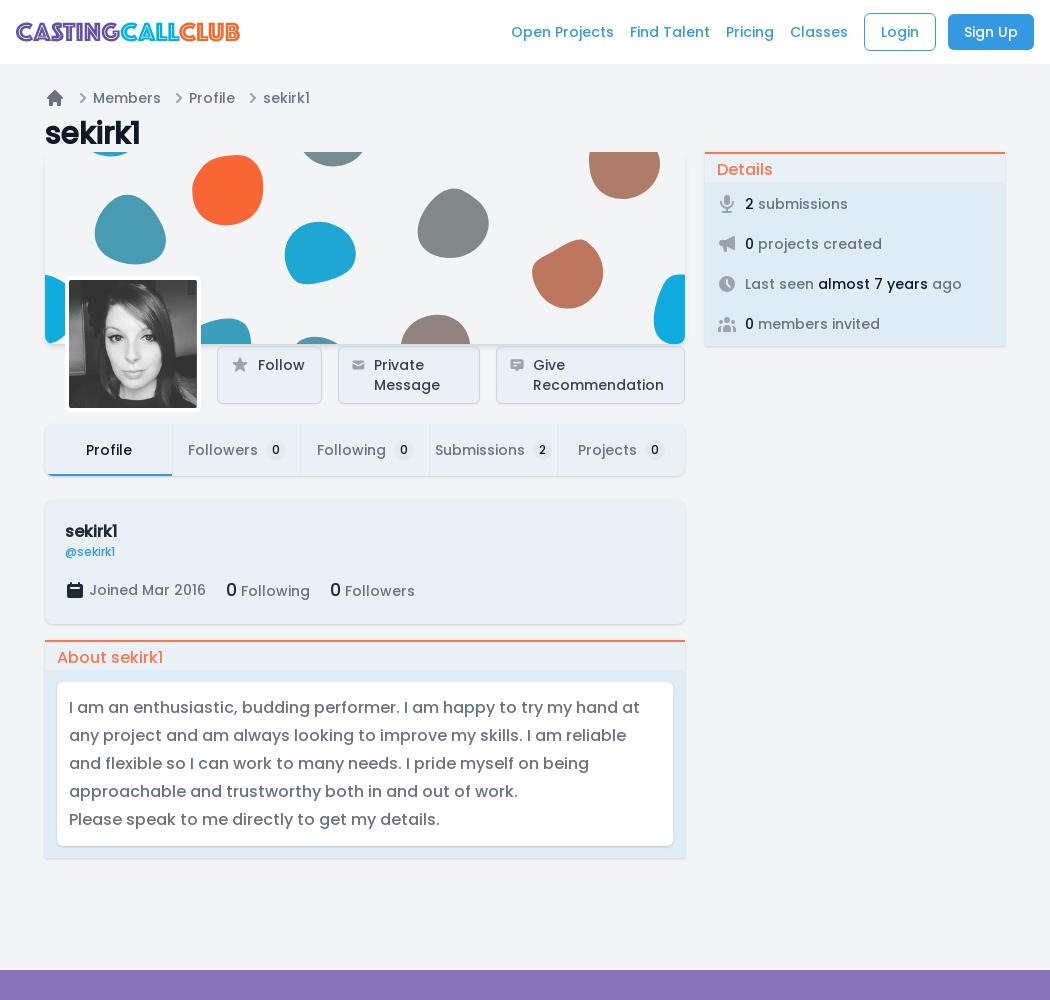 This screenshot has width=1050, height=1000. Describe the element at coordinates (898, 32) in the screenshot. I see `'Login'` at that location.